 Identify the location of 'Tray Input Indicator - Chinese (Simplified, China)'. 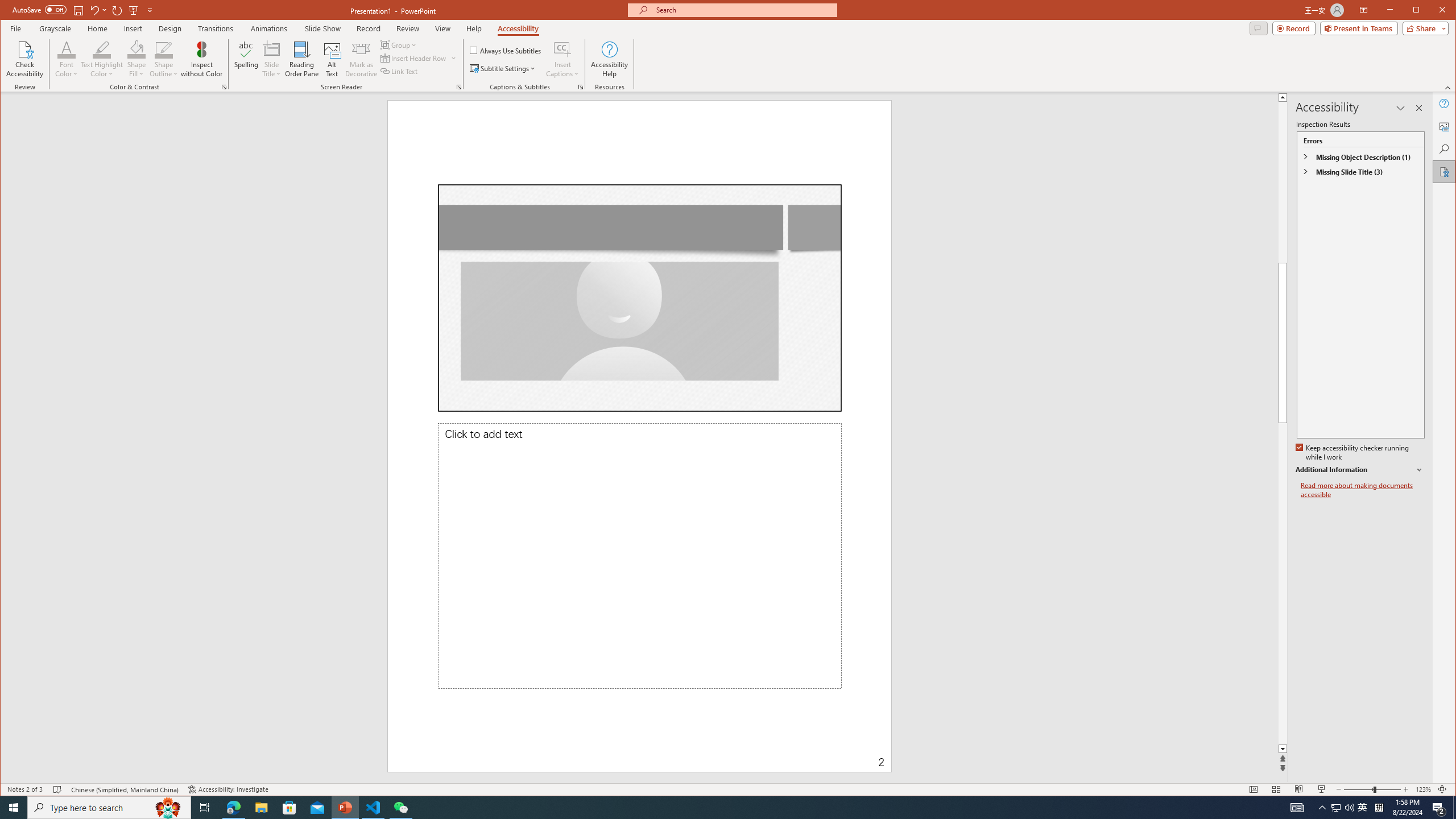
(1379, 806).